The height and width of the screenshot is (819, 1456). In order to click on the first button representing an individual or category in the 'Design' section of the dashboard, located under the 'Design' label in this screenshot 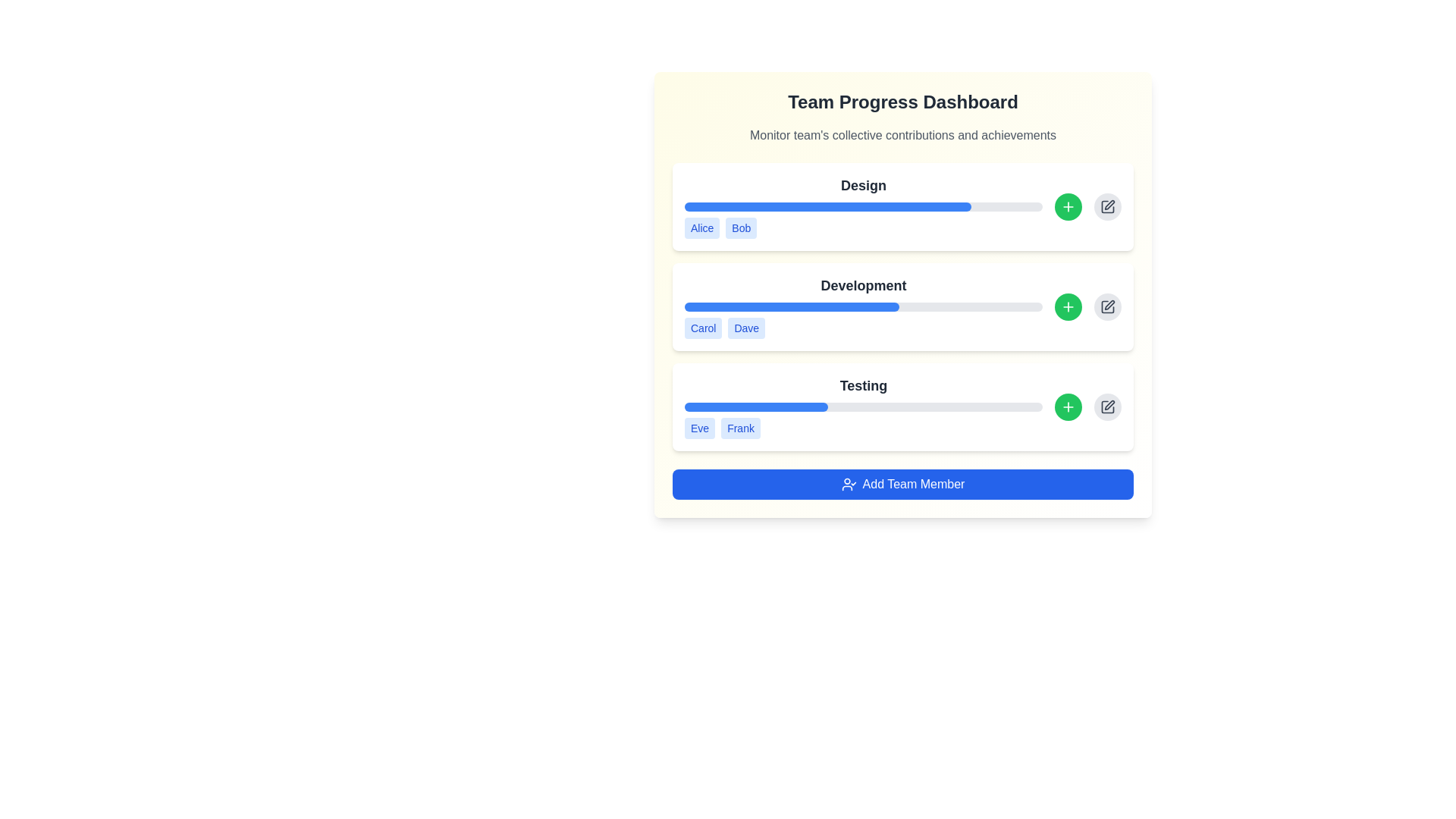, I will do `click(701, 227)`.